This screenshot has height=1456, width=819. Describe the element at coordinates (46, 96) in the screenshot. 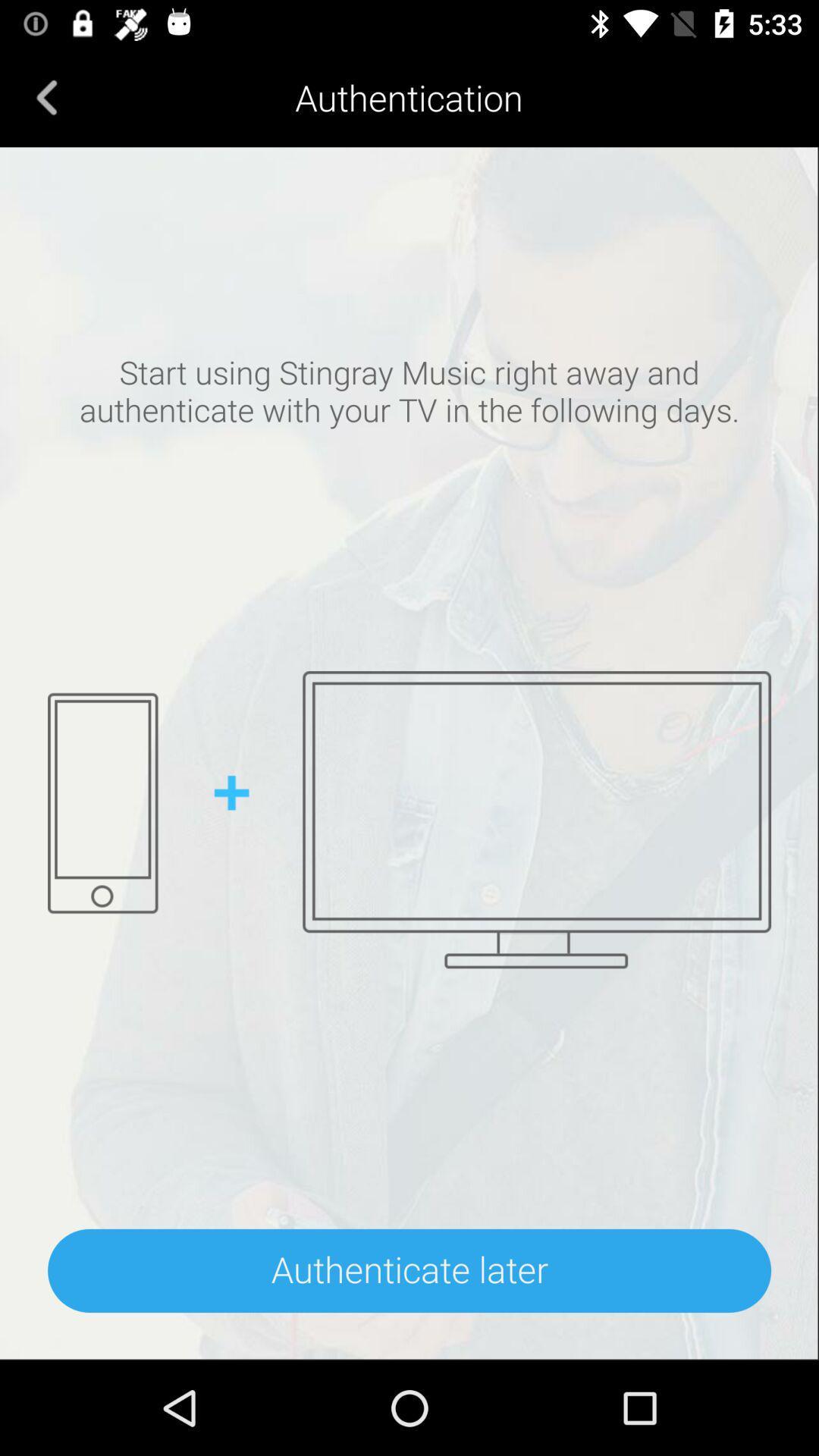

I see `item to the left of the authentication item` at that location.